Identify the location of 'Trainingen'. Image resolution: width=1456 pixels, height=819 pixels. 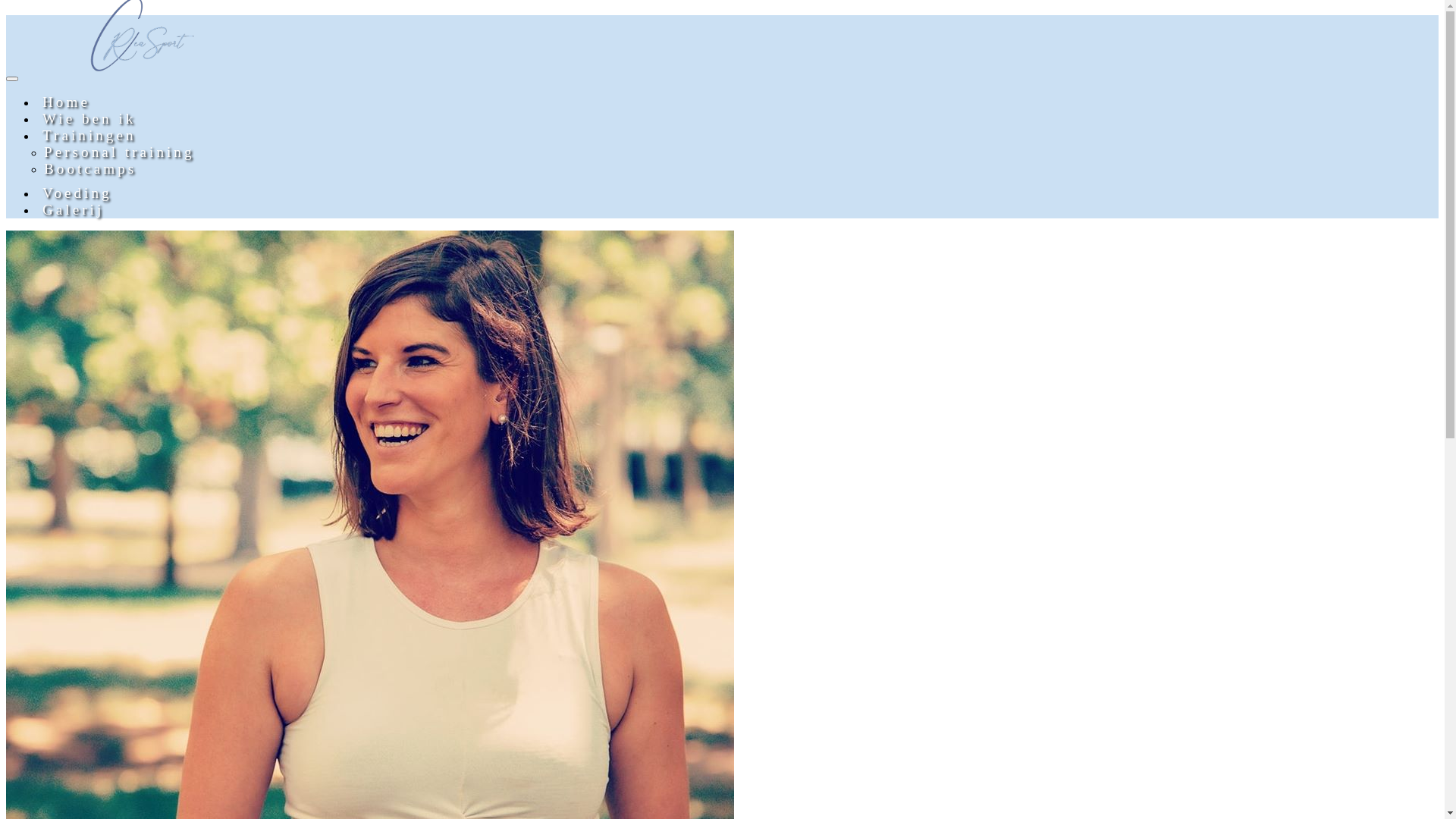
(89, 134).